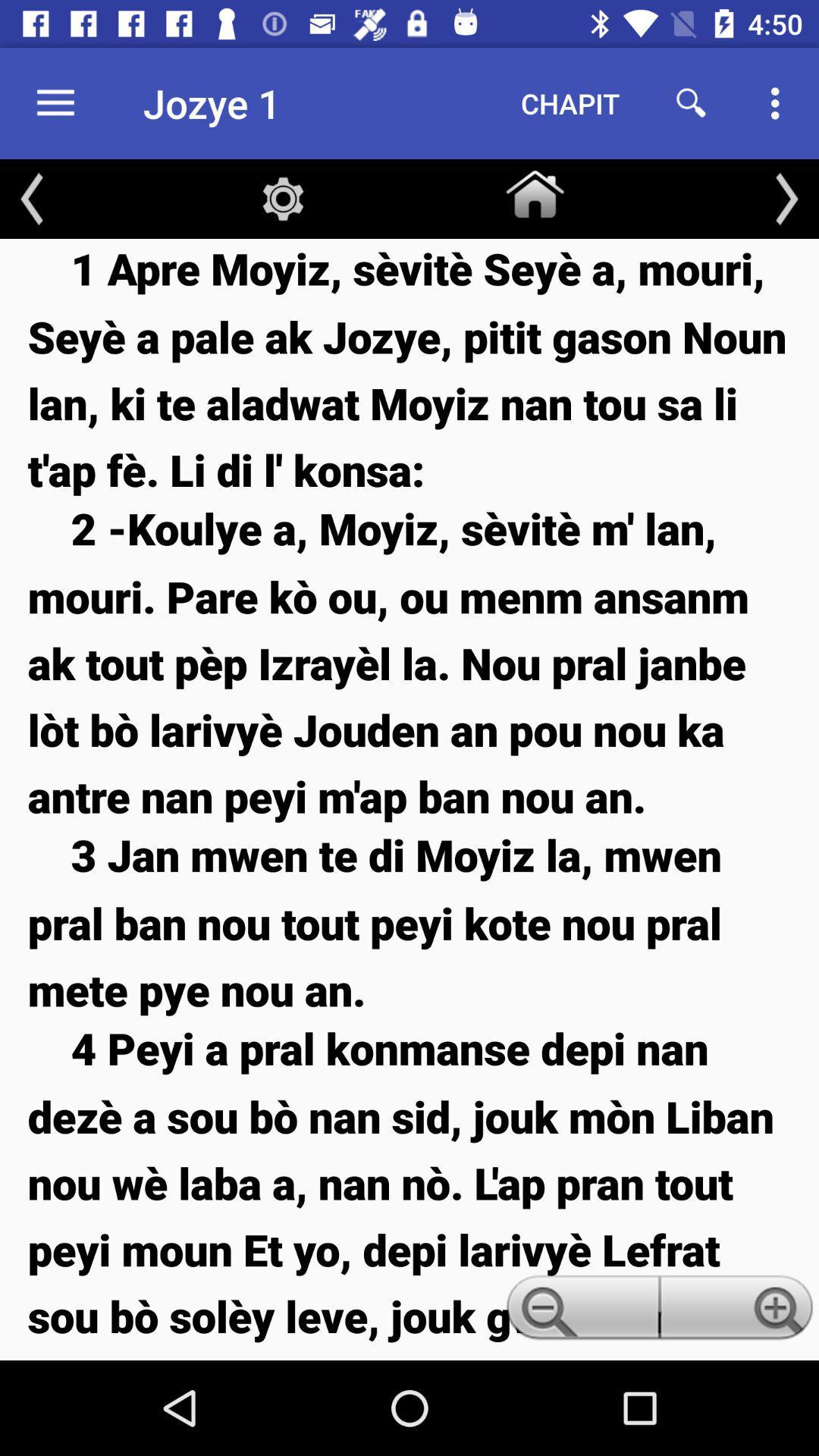 The height and width of the screenshot is (1456, 819). Describe the element at coordinates (534, 190) in the screenshot. I see `the home icon` at that location.